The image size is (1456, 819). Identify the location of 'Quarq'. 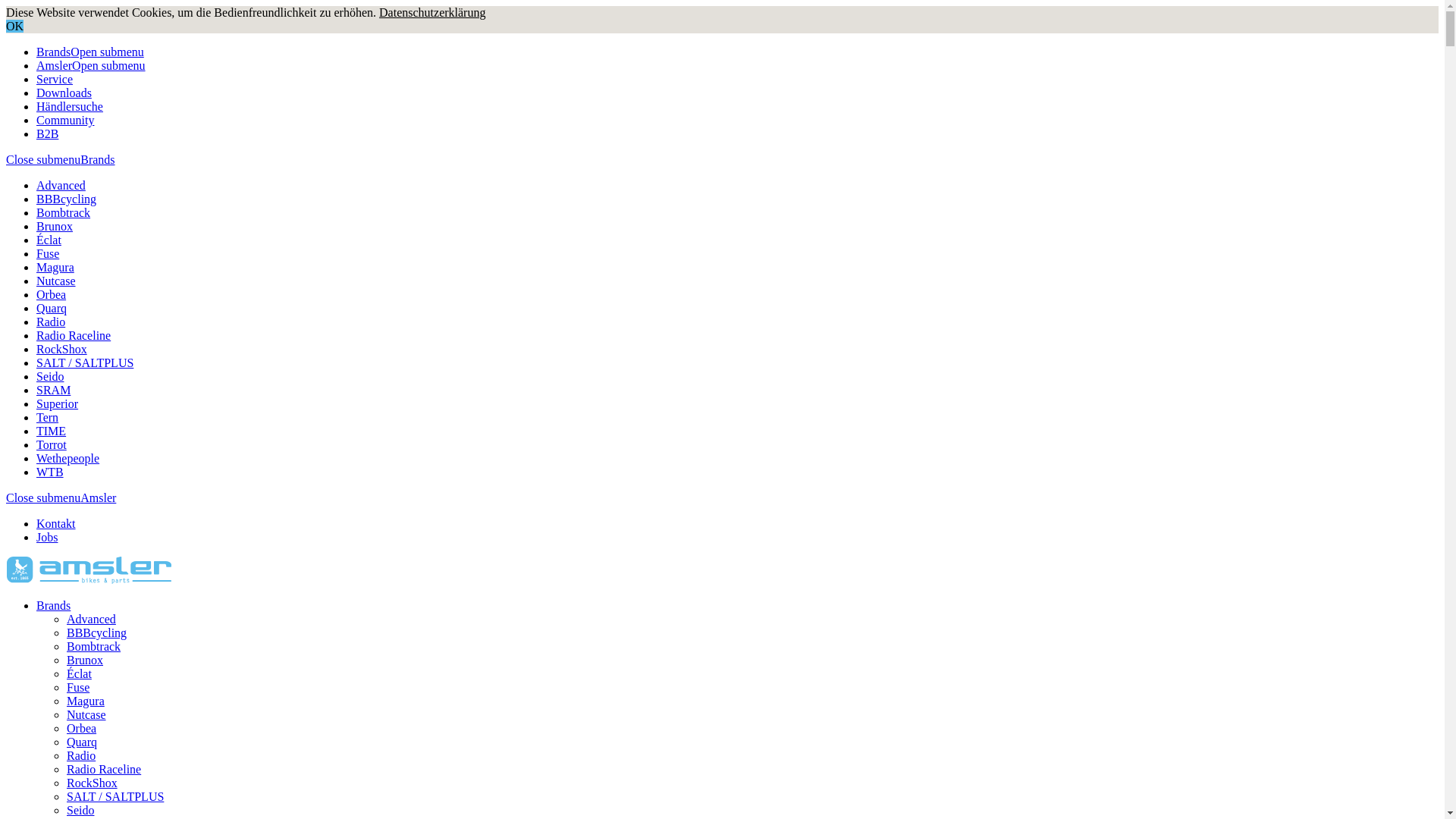
(65, 741).